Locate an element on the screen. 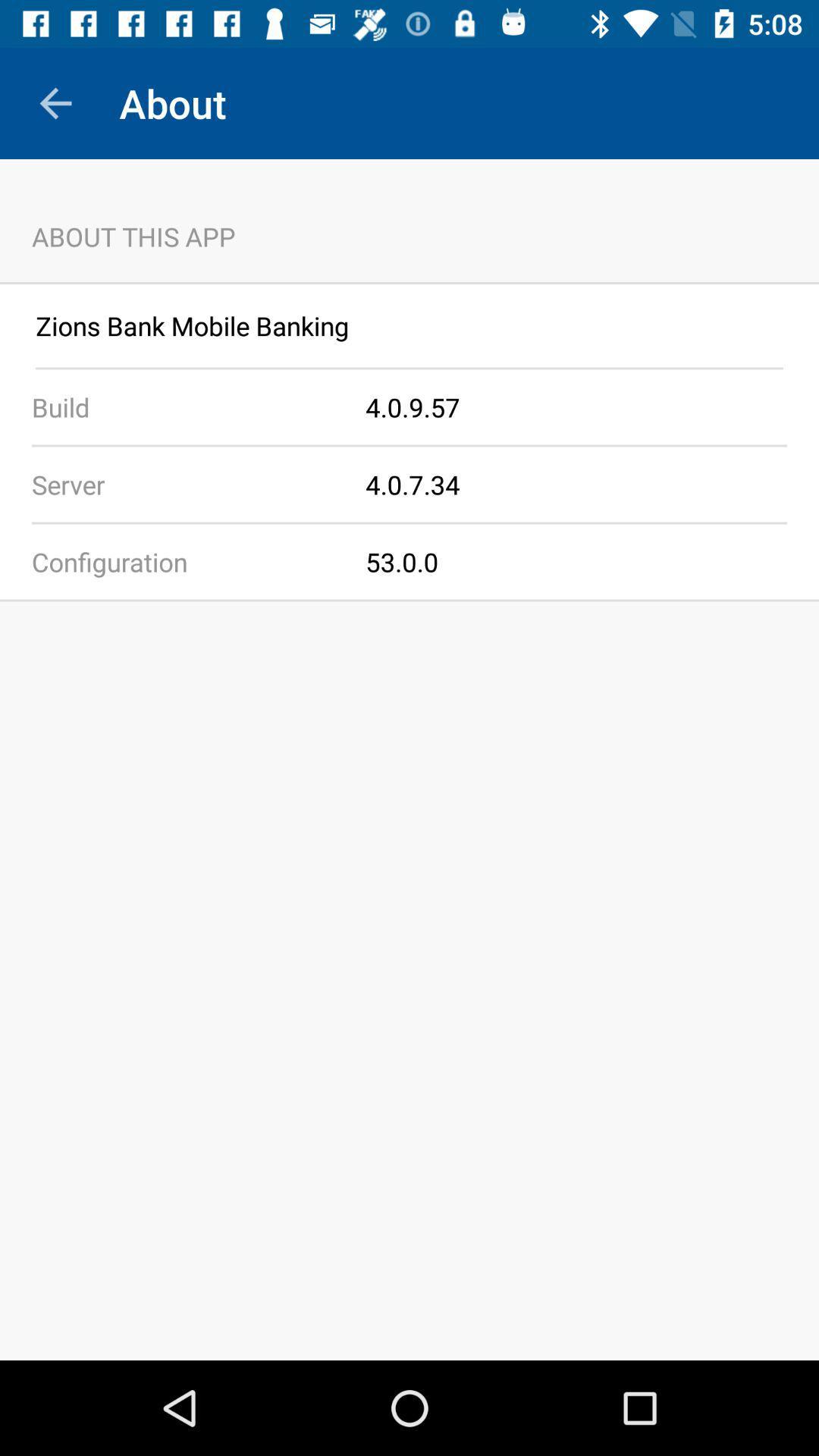 This screenshot has height=1456, width=819. server icon is located at coordinates (182, 483).